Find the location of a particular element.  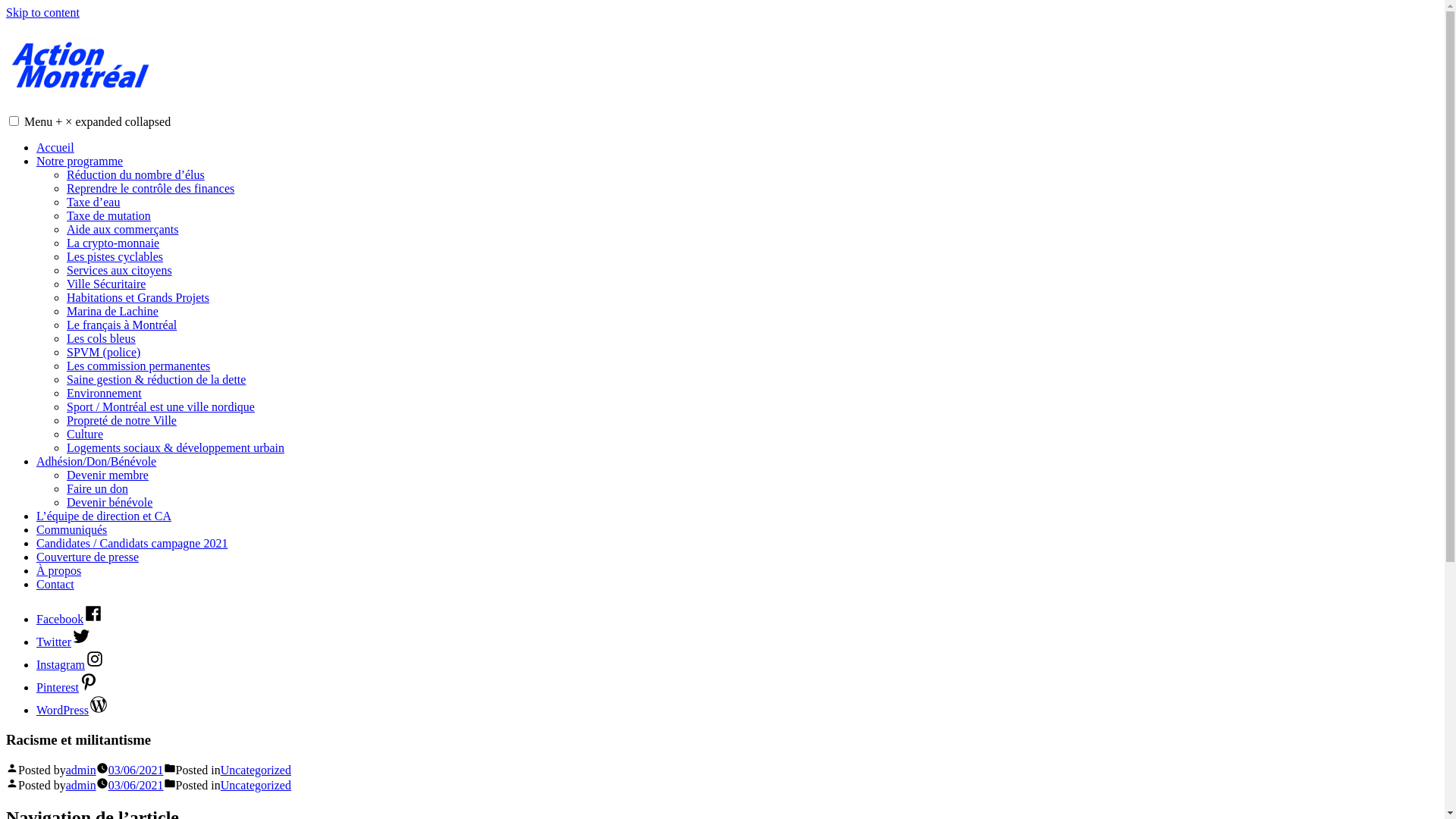

'03/06/2021' is located at coordinates (108, 785).